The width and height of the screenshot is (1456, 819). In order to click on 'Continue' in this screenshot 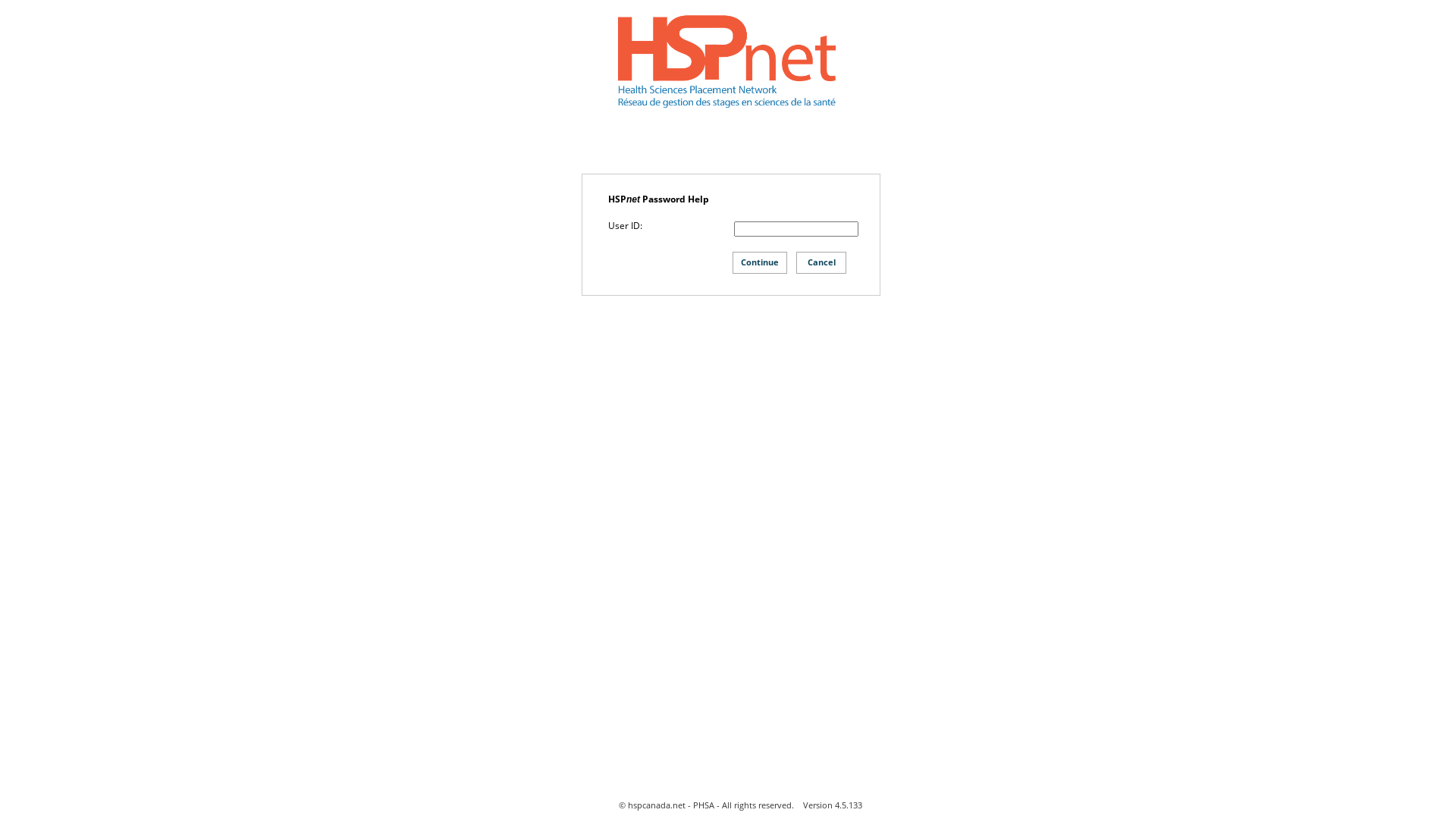, I will do `click(760, 262)`.